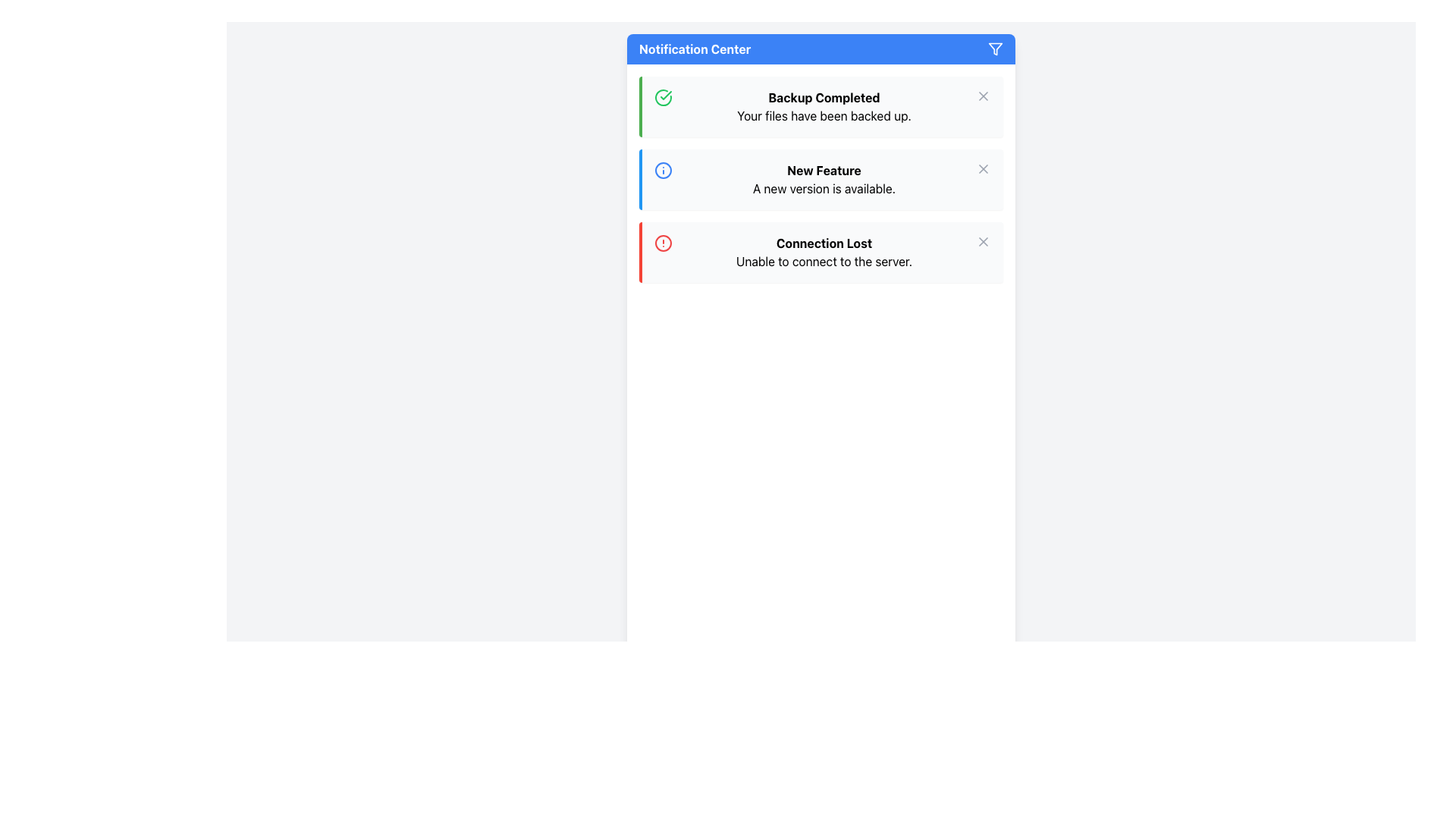 This screenshot has height=819, width=1456. What do you see at coordinates (666, 96) in the screenshot?
I see `the icon indicating 'Backup Completed' located on the left side of the notification card in the notifications list` at bounding box center [666, 96].